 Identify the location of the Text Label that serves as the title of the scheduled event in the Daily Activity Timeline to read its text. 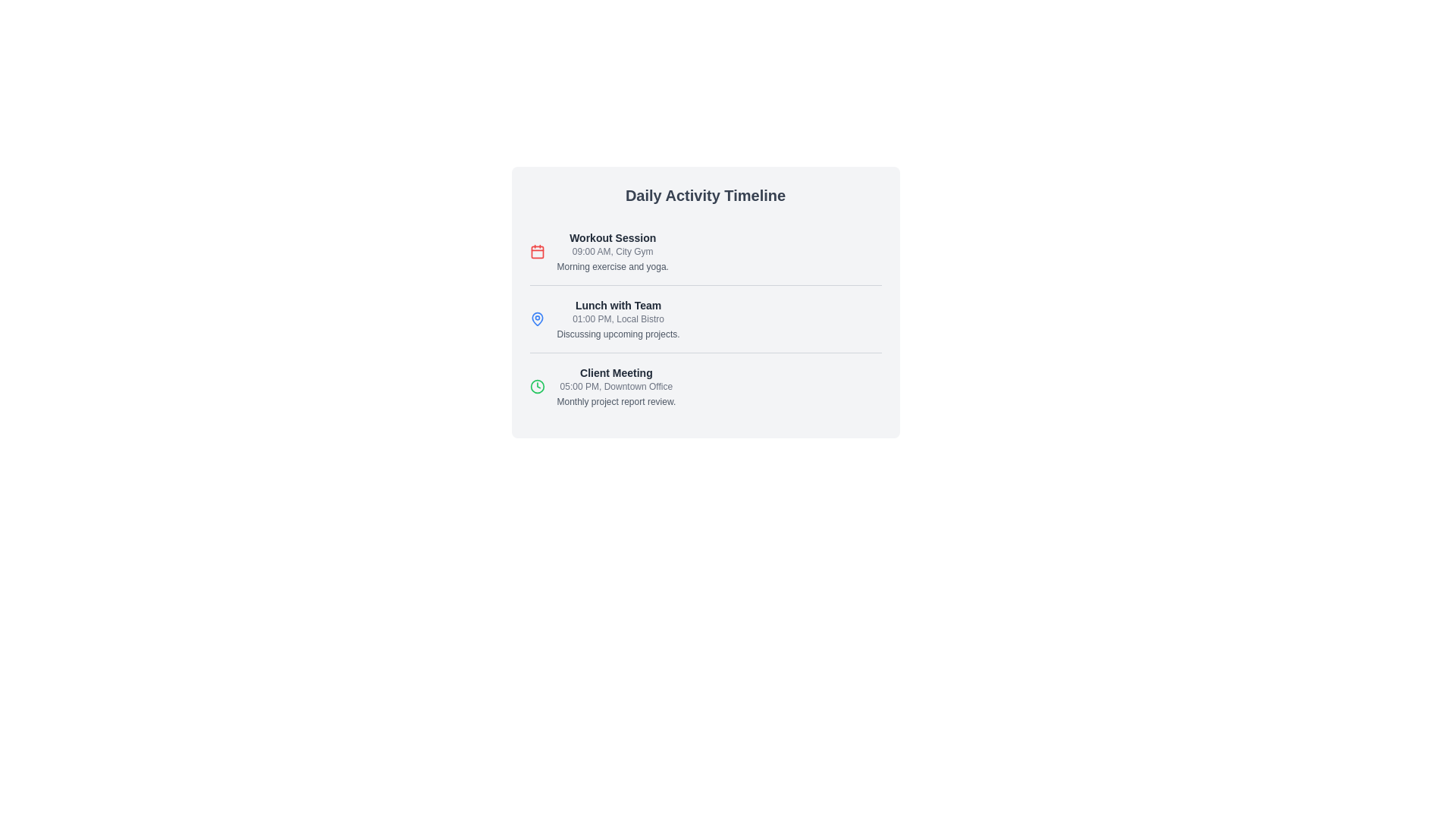
(616, 373).